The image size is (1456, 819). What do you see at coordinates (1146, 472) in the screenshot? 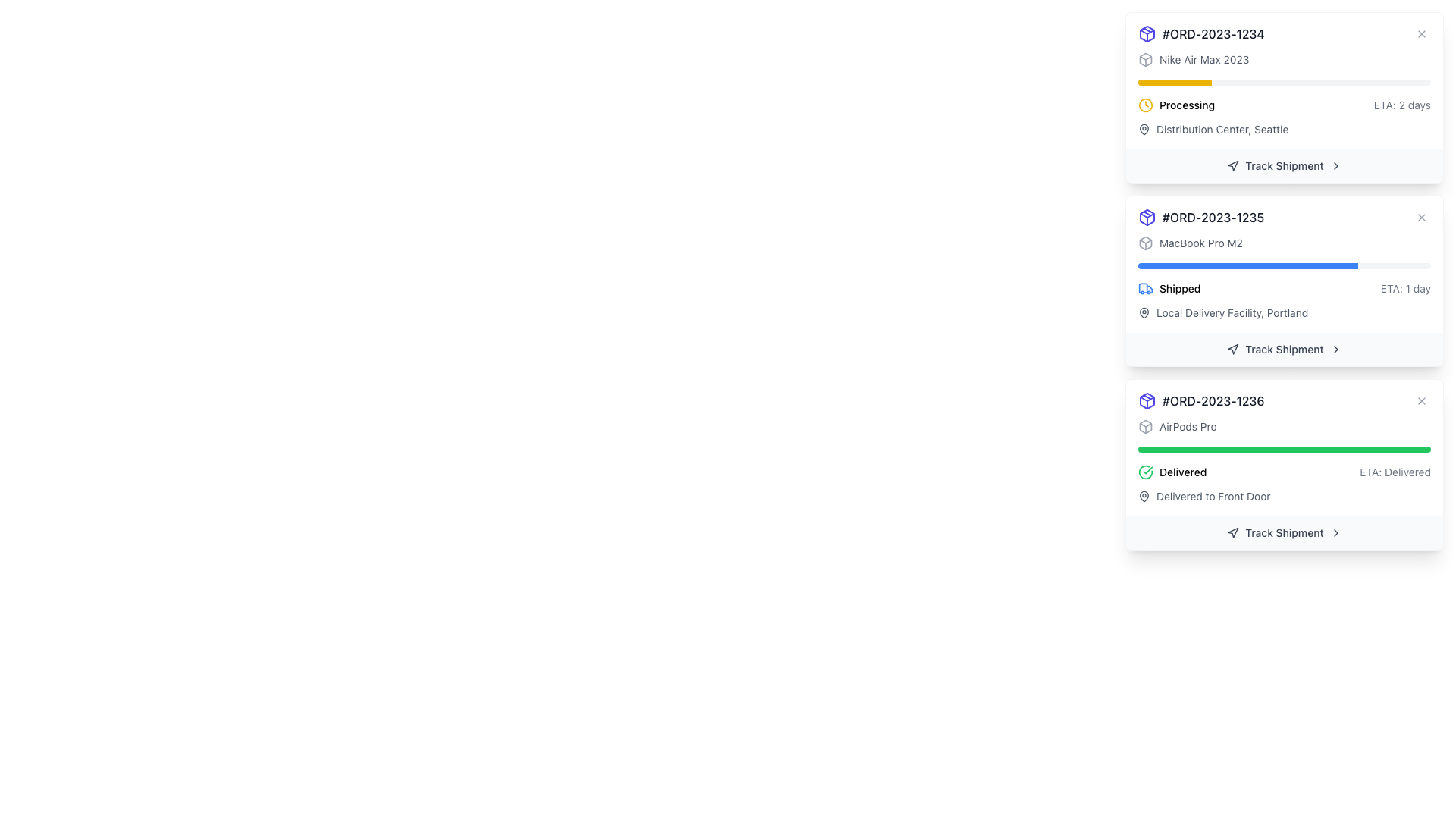
I see `the circular green checkmark icon indicating successful completion, located to the left of the 'Delivered' text in the order summary card` at bounding box center [1146, 472].